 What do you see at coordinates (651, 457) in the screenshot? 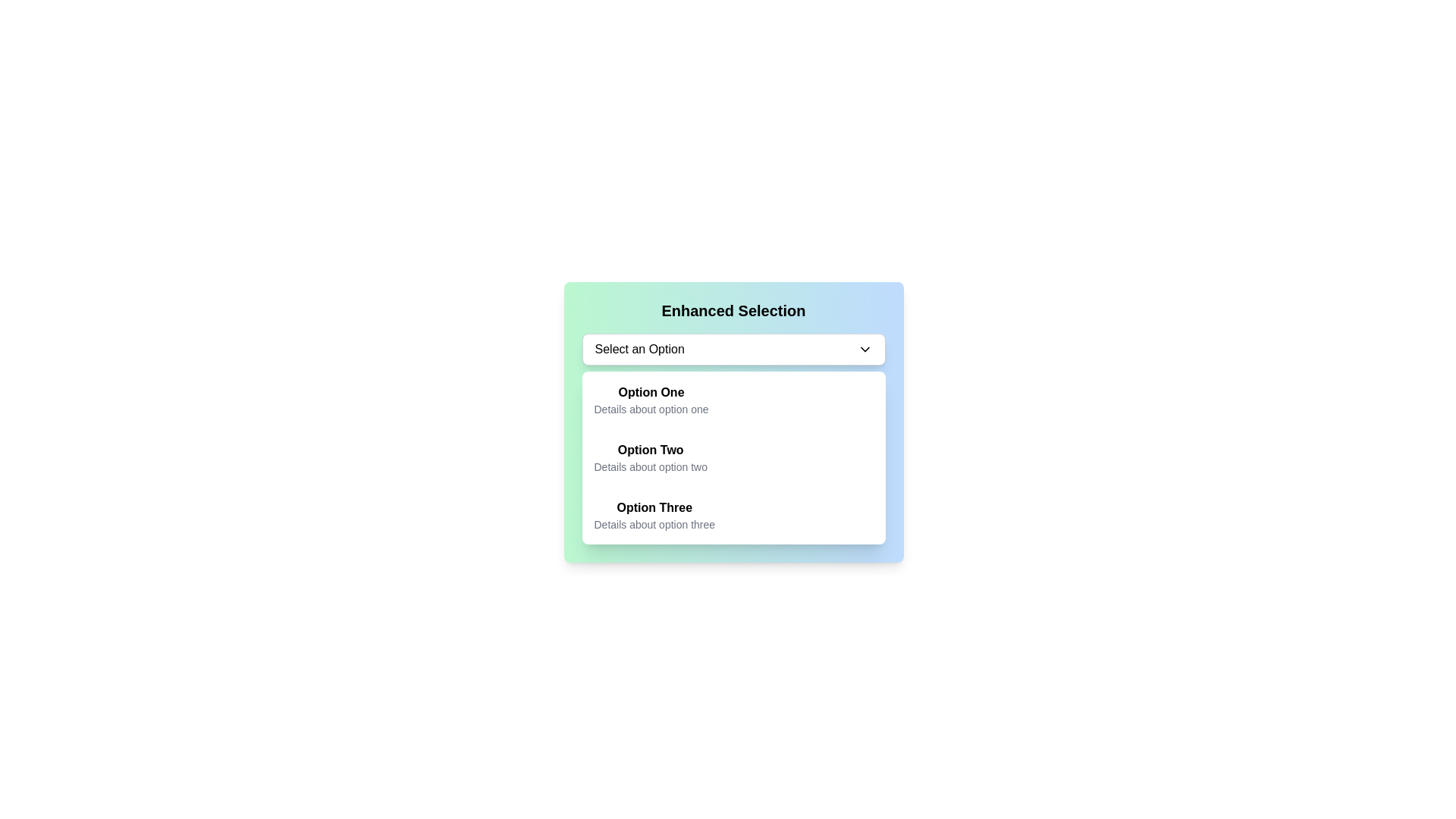
I see `the second item in the dropdown menu, which displays 'Option Two' in bold and 'Details about option two' in a smaller gray font` at bounding box center [651, 457].